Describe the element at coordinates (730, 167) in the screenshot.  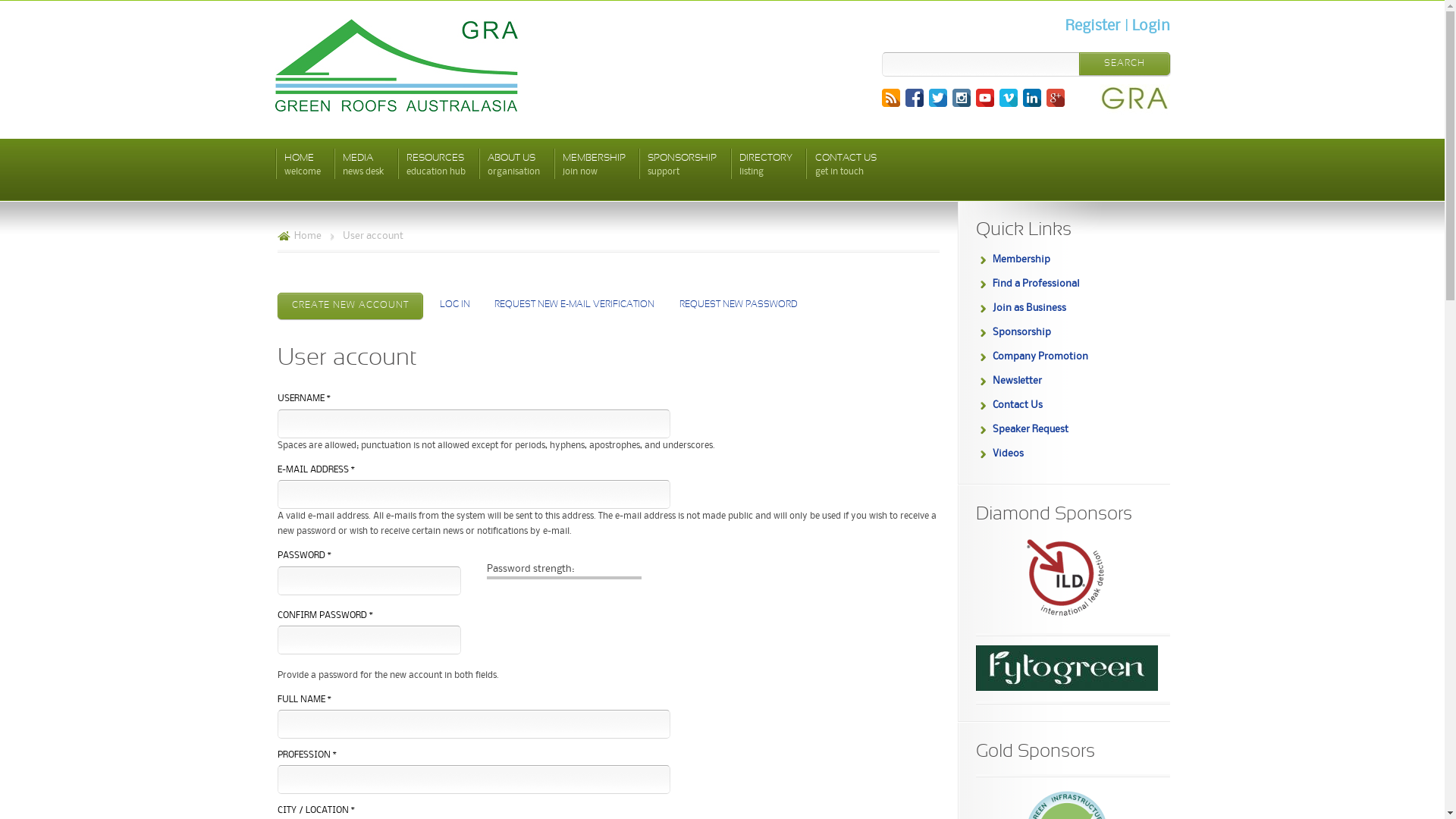
I see `'DIRECTORY` at that location.